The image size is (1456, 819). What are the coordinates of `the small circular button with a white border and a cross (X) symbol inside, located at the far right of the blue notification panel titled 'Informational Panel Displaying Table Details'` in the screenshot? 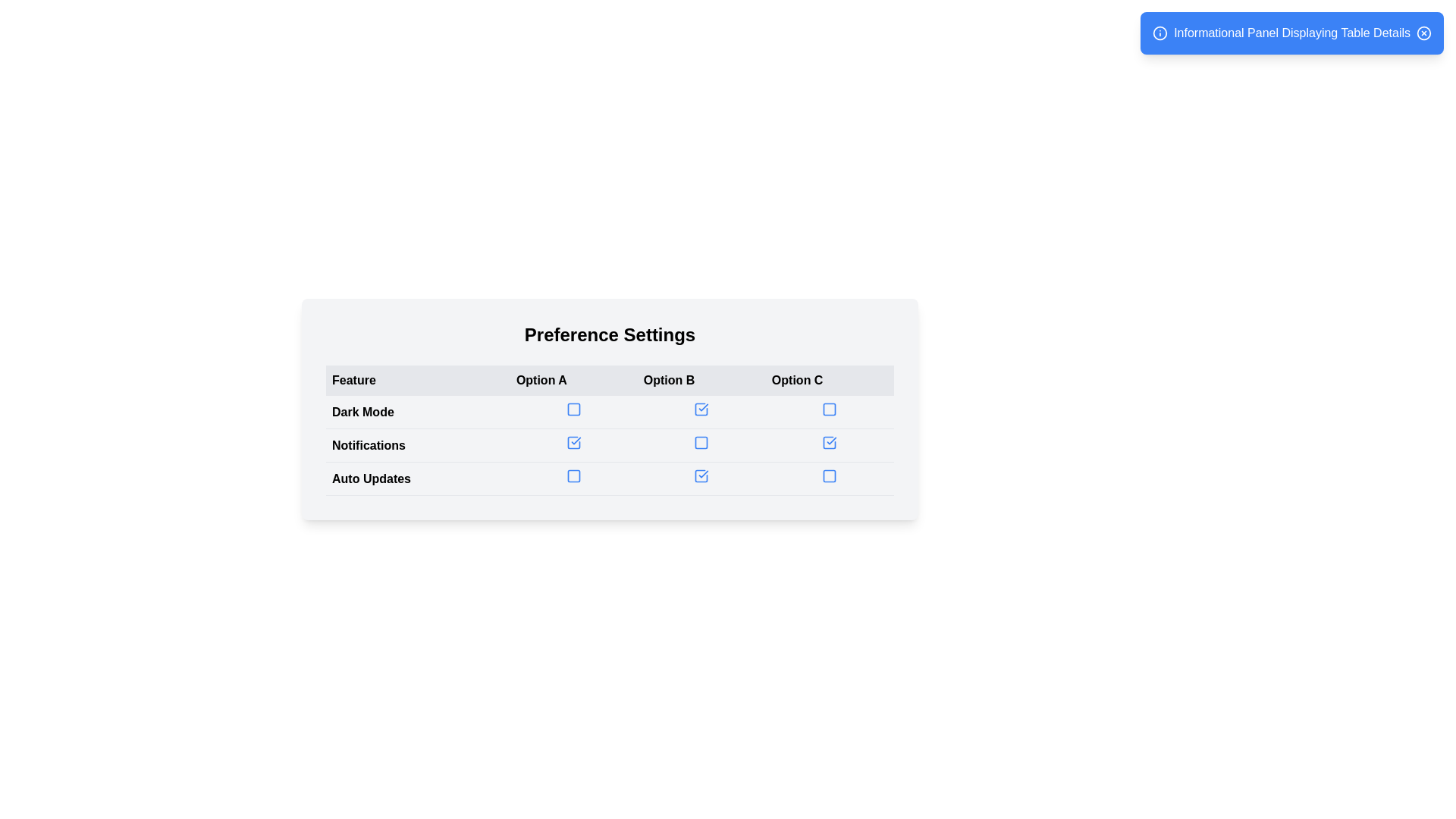 It's located at (1423, 33).